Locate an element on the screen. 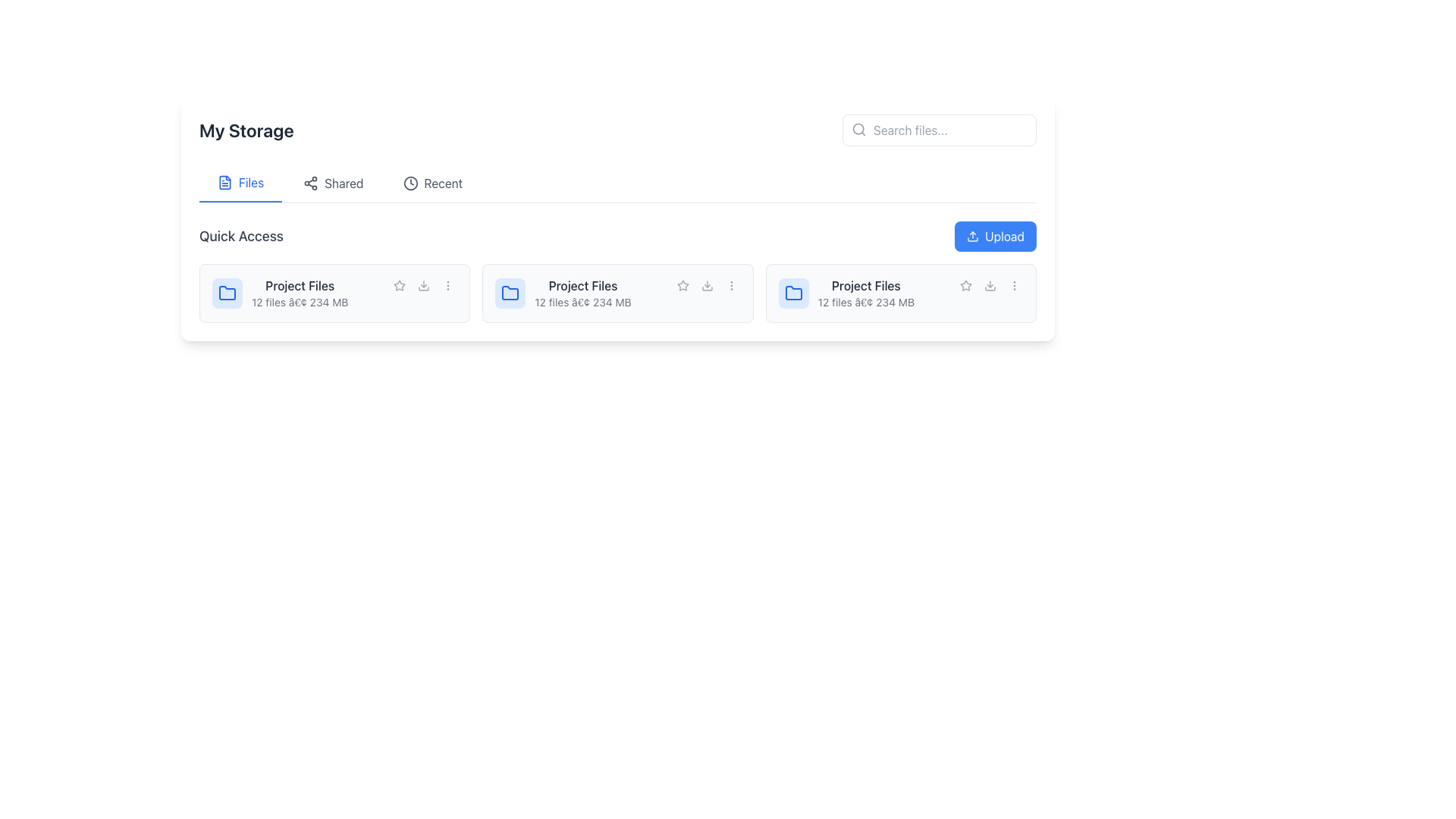 The height and width of the screenshot is (819, 1456). the folder icon located in the first 'Quick Access' card on the leftmost side of the row is located at coordinates (226, 293).